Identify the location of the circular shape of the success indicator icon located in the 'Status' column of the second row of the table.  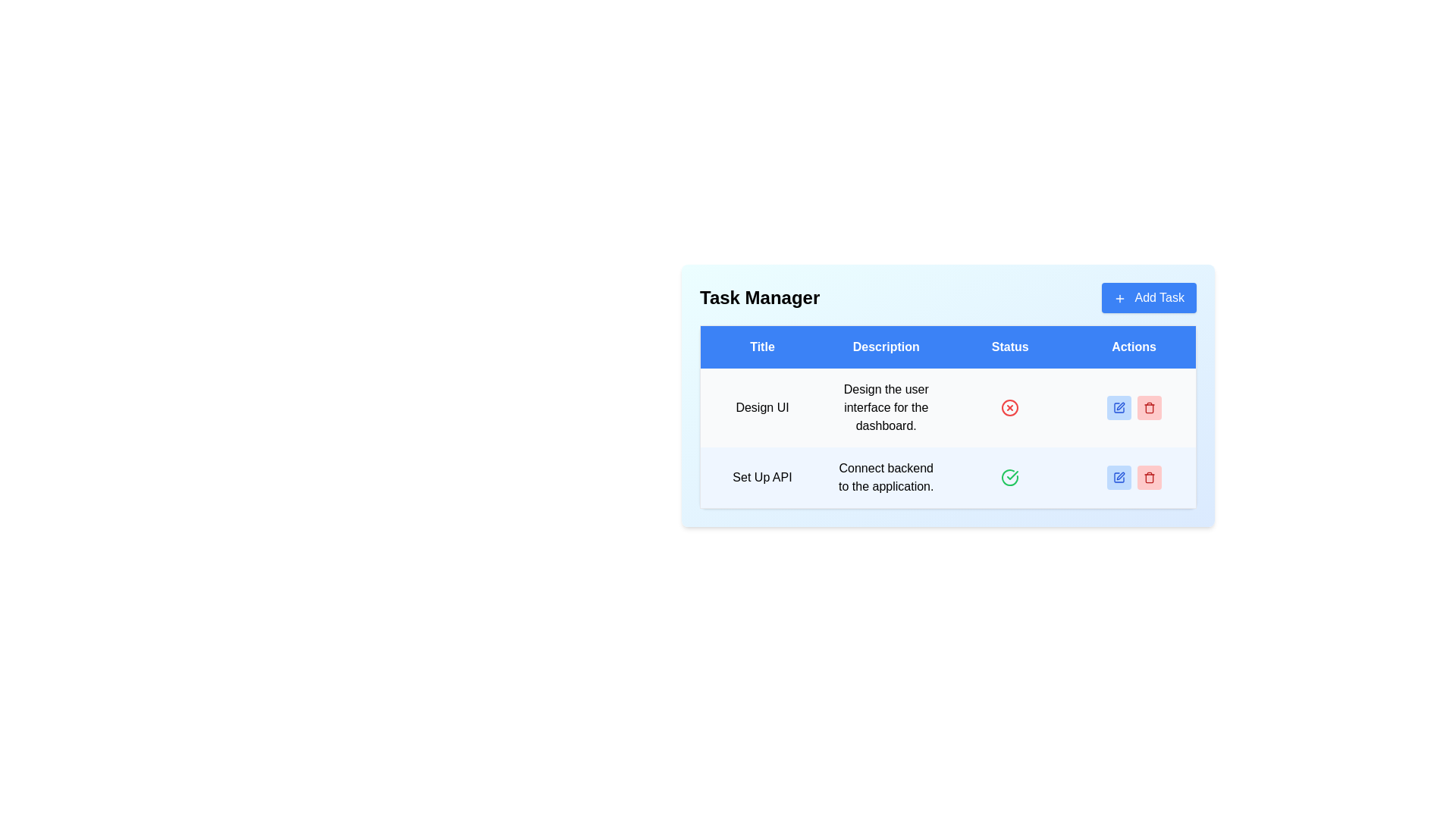
(1010, 478).